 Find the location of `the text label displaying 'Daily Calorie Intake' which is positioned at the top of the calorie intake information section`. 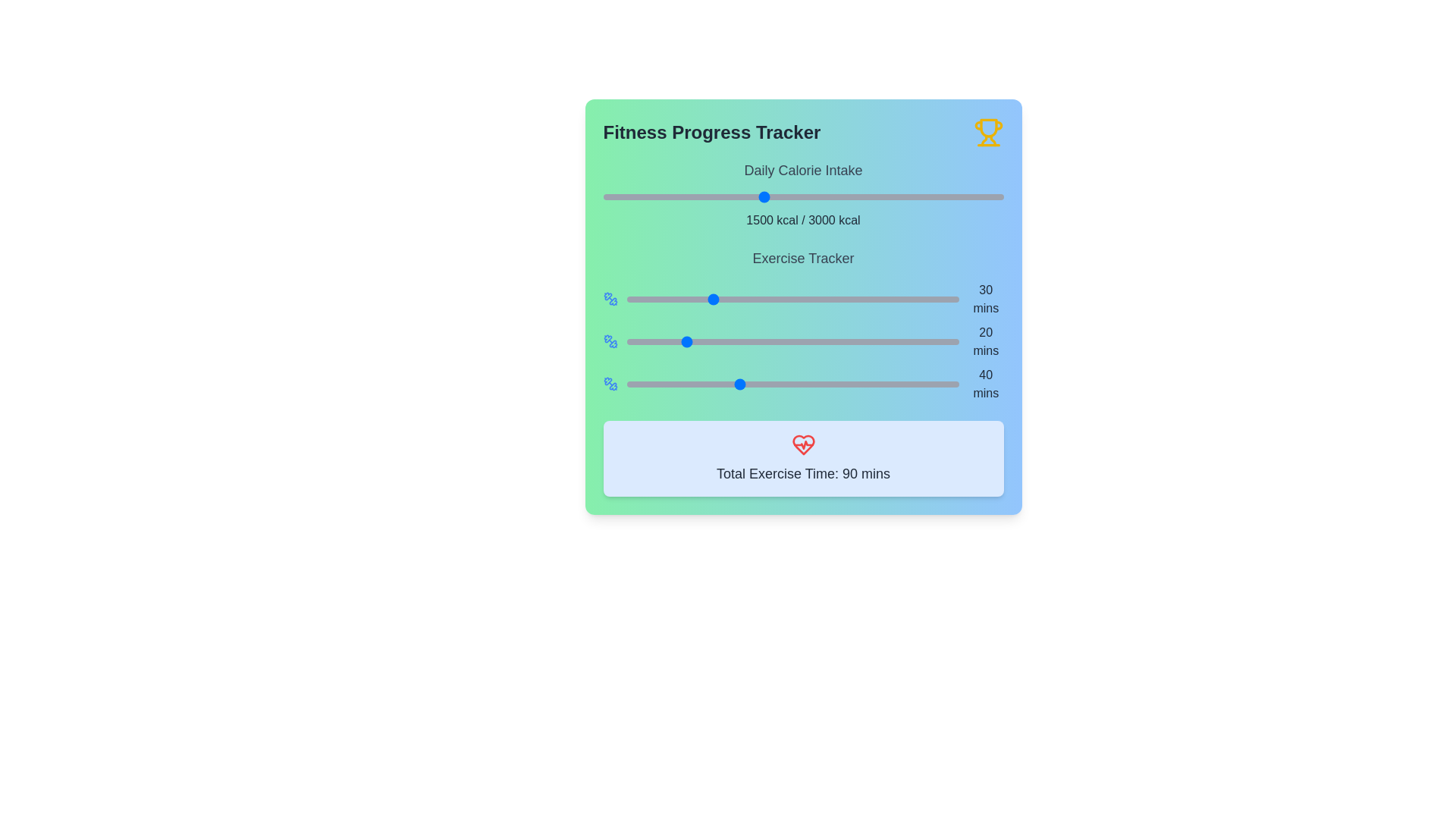

the text label displaying 'Daily Calorie Intake' which is positioned at the top of the calorie intake information section is located at coordinates (802, 170).